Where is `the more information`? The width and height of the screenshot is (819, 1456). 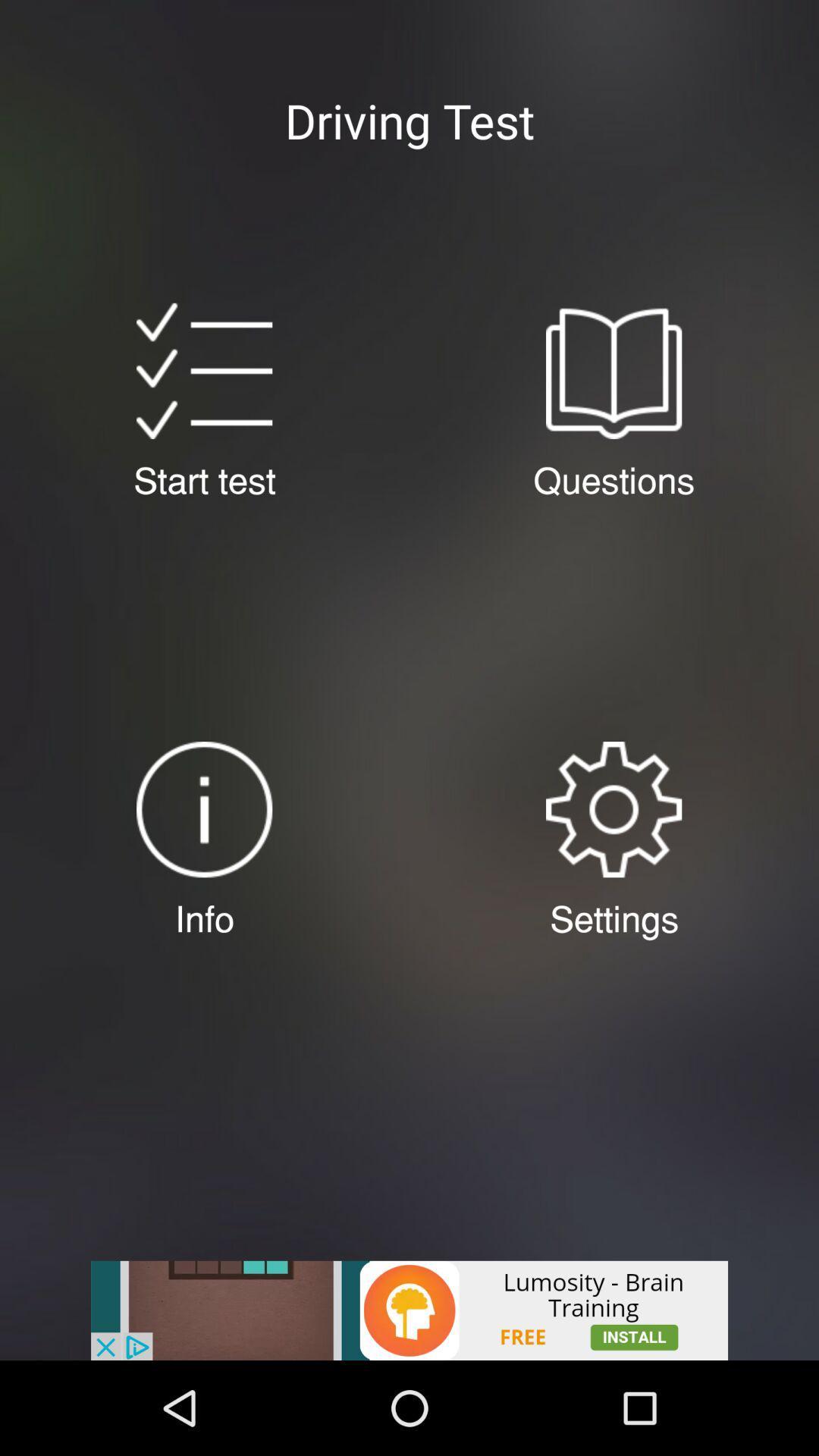
the more information is located at coordinates (203, 808).